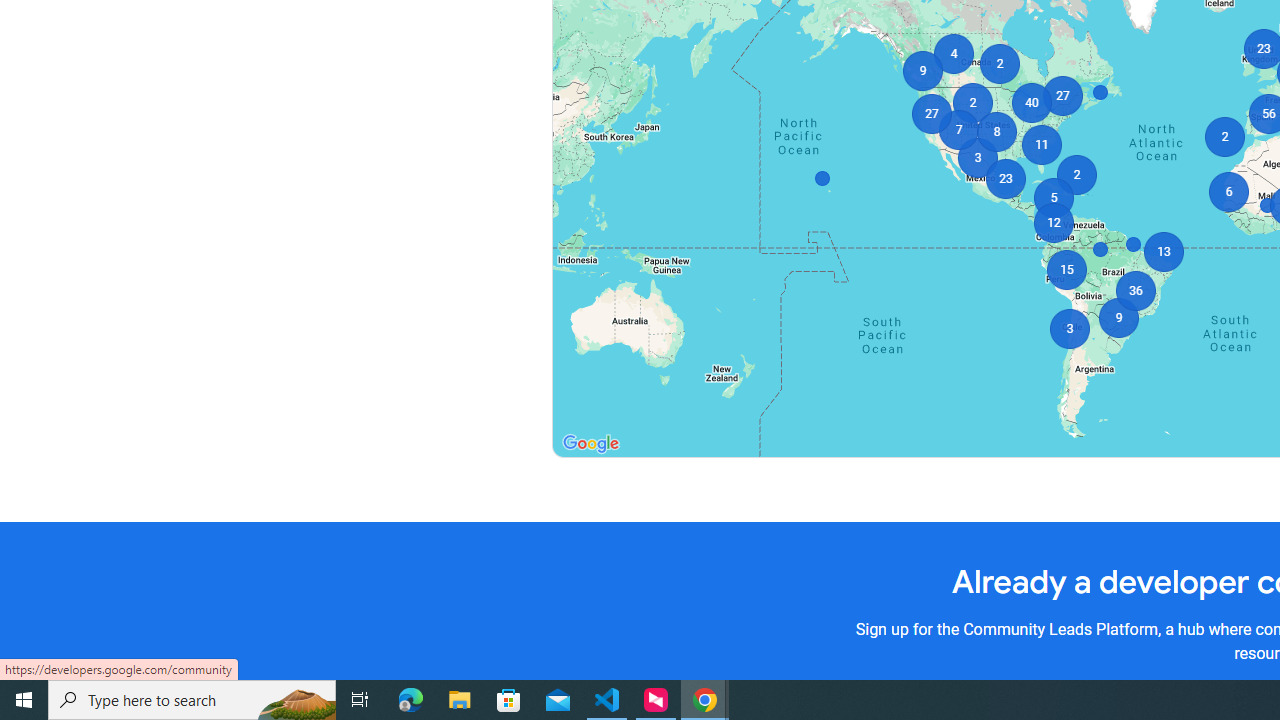 The width and height of the screenshot is (1280, 720). I want to click on '27', so click(1061, 96).